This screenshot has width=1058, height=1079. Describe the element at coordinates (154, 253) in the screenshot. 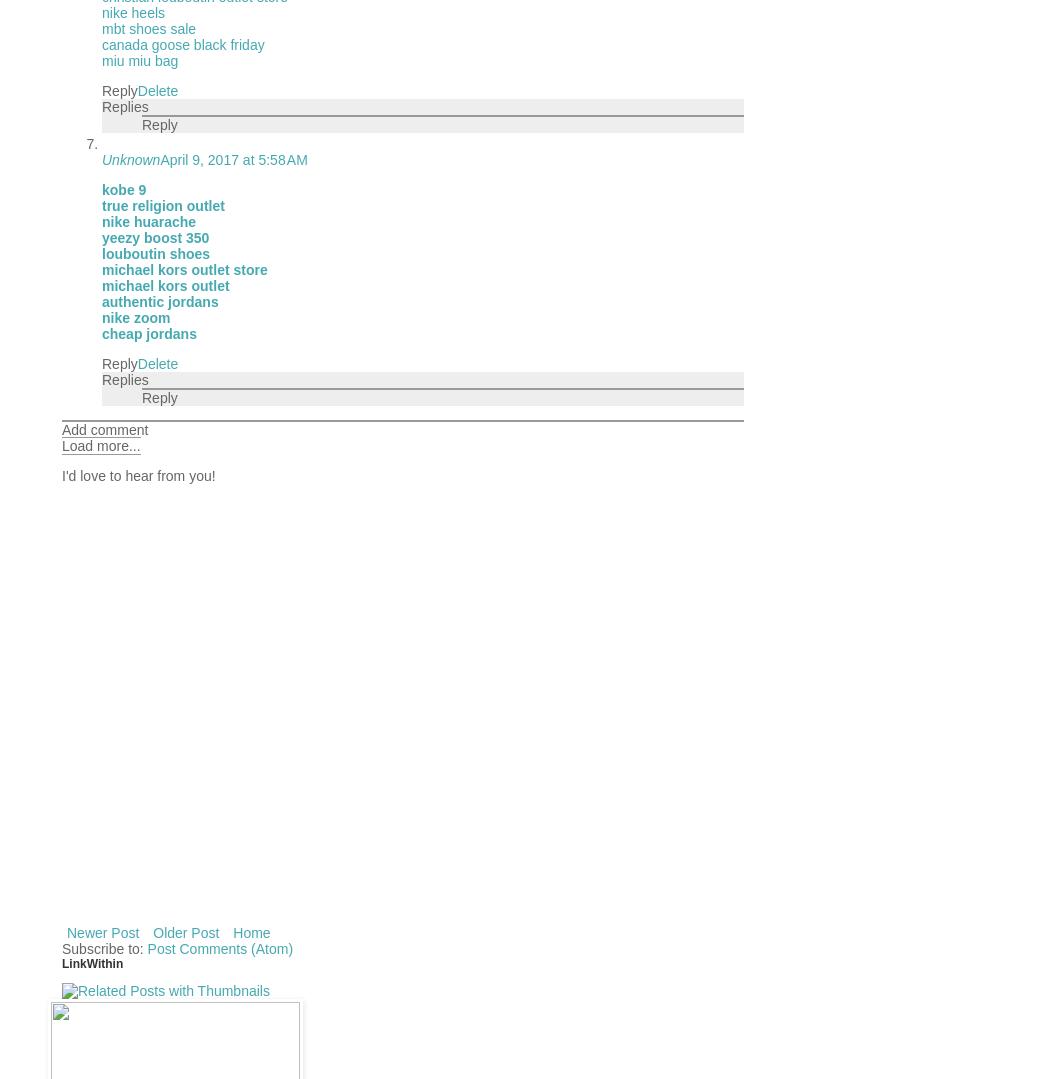

I see `'louboutin shoes'` at that location.